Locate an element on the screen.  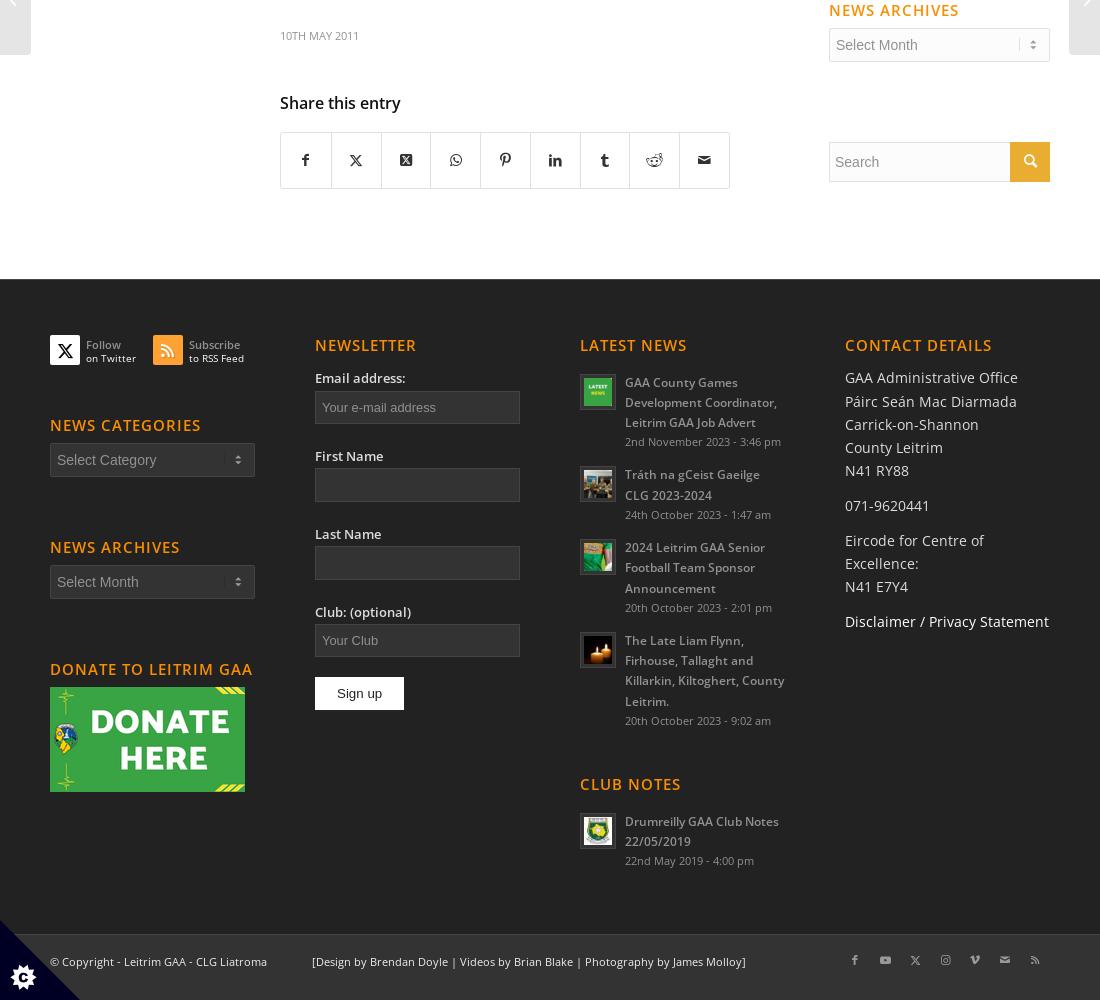
'Páirc Seán Mac Diarmada' is located at coordinates (931, 400).